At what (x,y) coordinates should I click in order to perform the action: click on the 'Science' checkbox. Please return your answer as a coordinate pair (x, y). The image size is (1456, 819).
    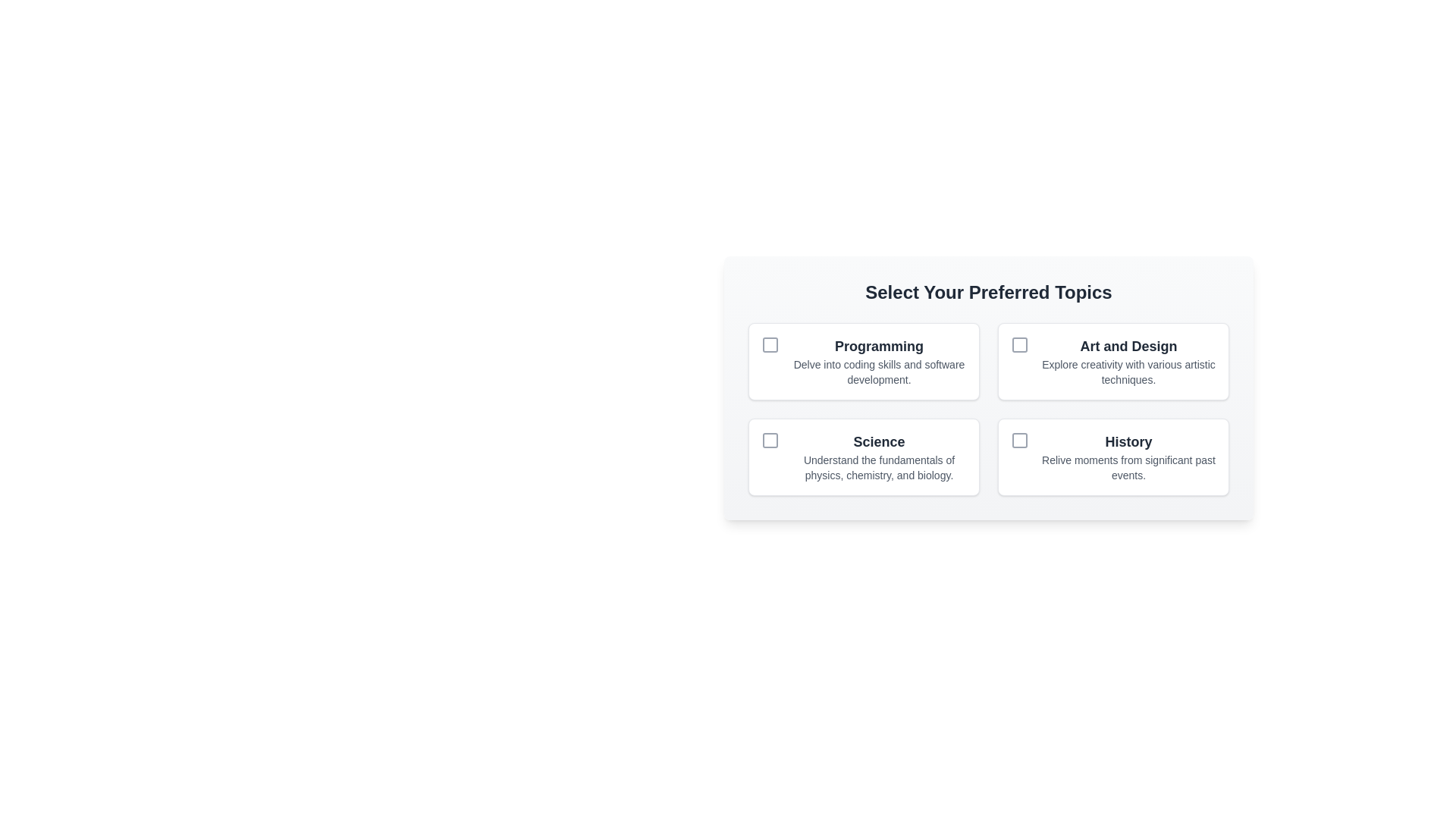
    Looking at the image, I should click on (770, 441).